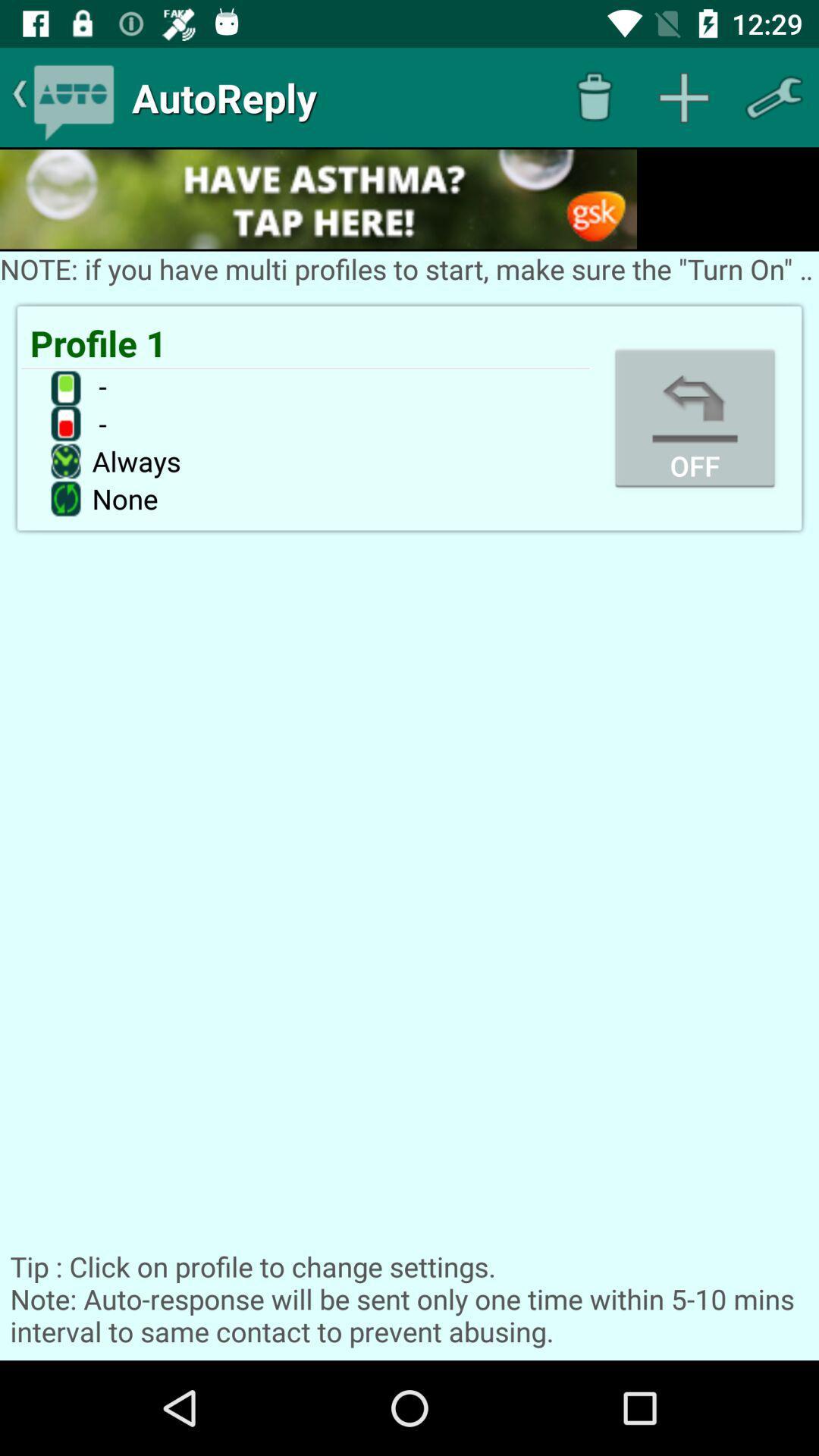  Describe the element at coordinates (593, 96) in the screenshot. I see `the delete icon` at that location.